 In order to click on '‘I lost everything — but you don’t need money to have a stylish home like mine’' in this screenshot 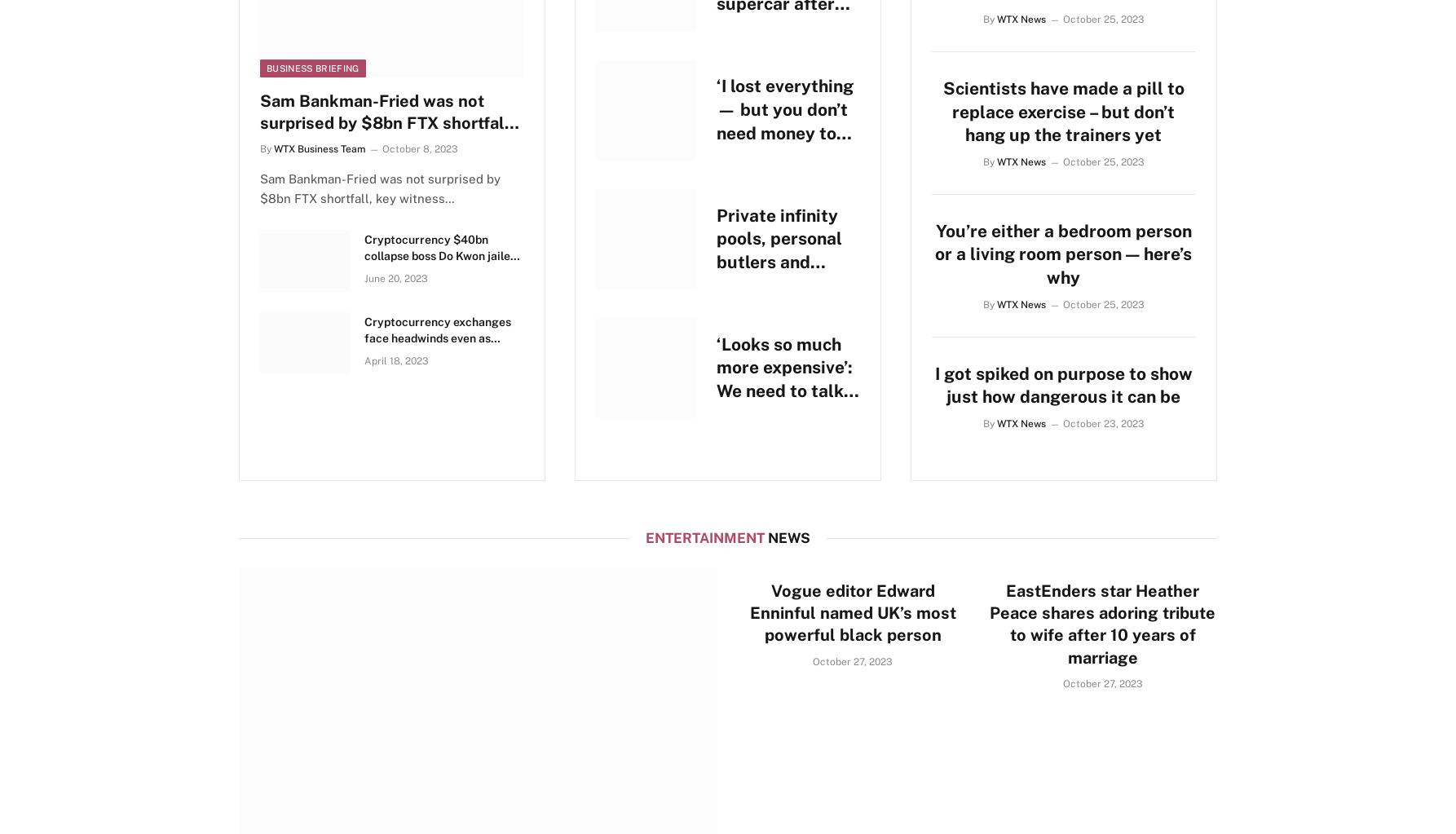, I will do `click(785, 132)`.